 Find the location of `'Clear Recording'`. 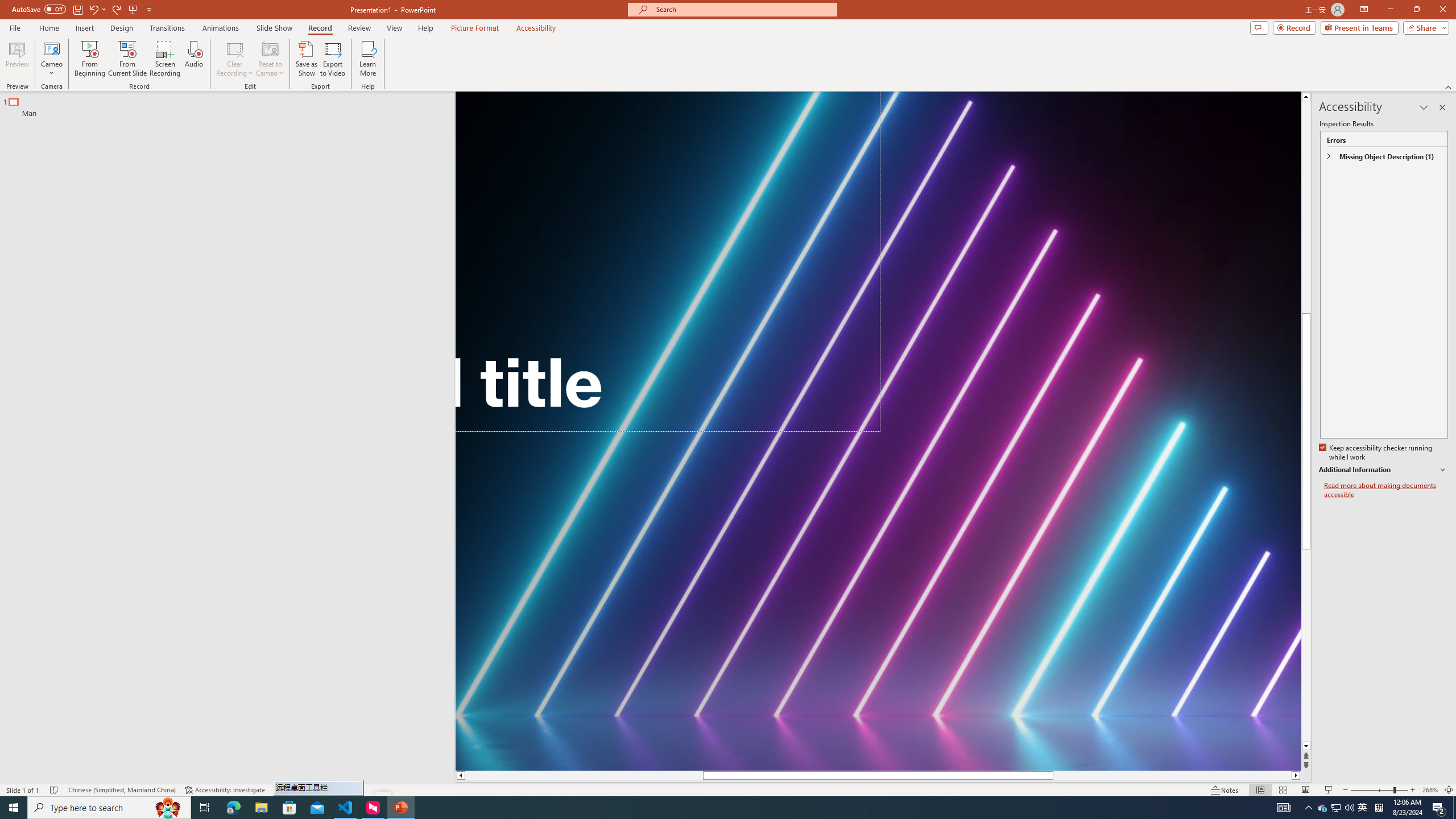

'Clear Recording' is located at coordinates (234, 59).